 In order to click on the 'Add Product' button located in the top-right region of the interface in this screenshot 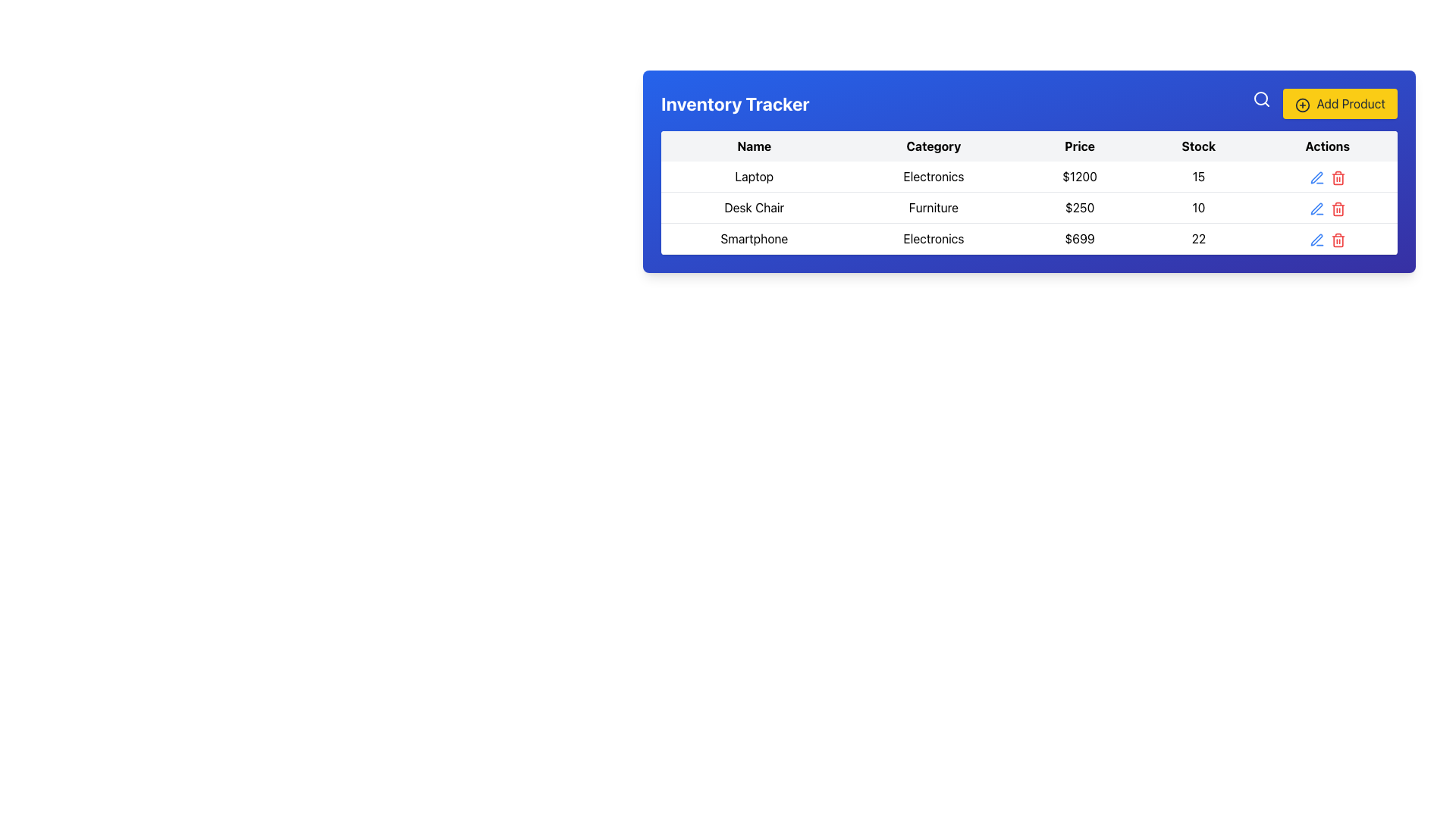, I will do `click(1340, 103)`.